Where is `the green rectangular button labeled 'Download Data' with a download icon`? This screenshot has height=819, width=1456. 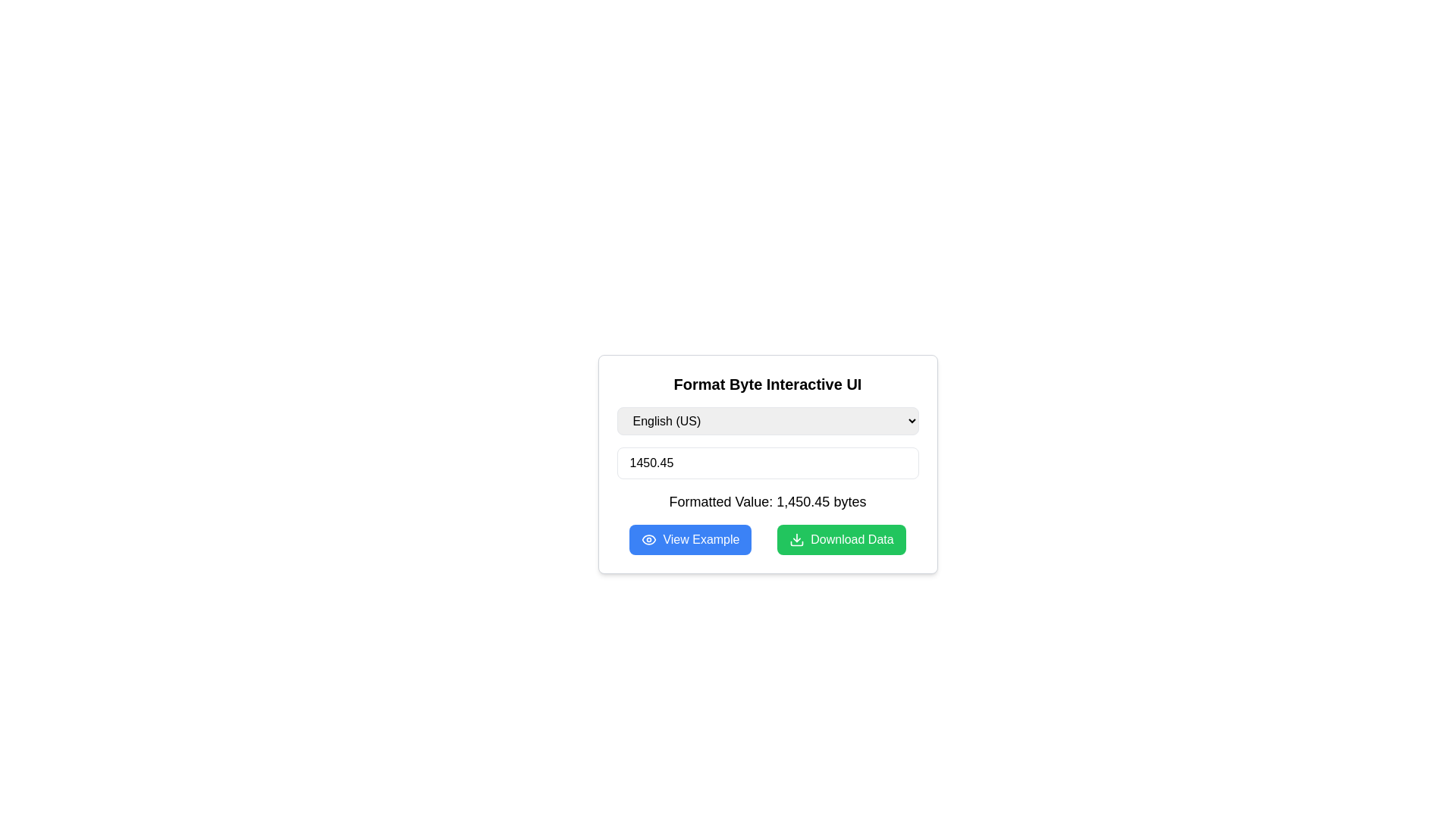
the green rectangular button labeled 'Download Data' with a download icon is located at coordinates (840, 539).